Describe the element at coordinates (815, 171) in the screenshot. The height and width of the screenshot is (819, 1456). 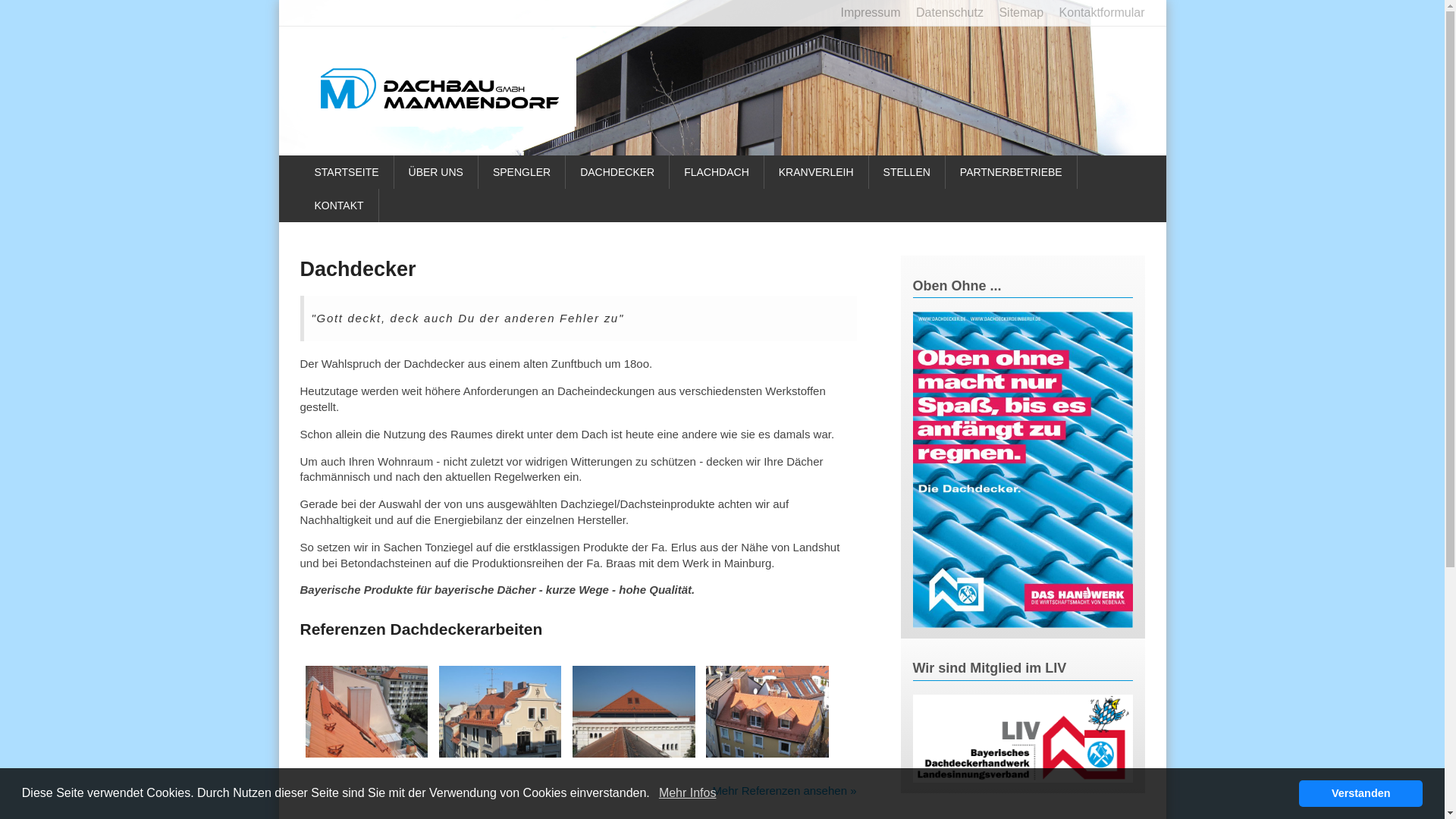
I see `'KRANVERLEIH'` at that location.